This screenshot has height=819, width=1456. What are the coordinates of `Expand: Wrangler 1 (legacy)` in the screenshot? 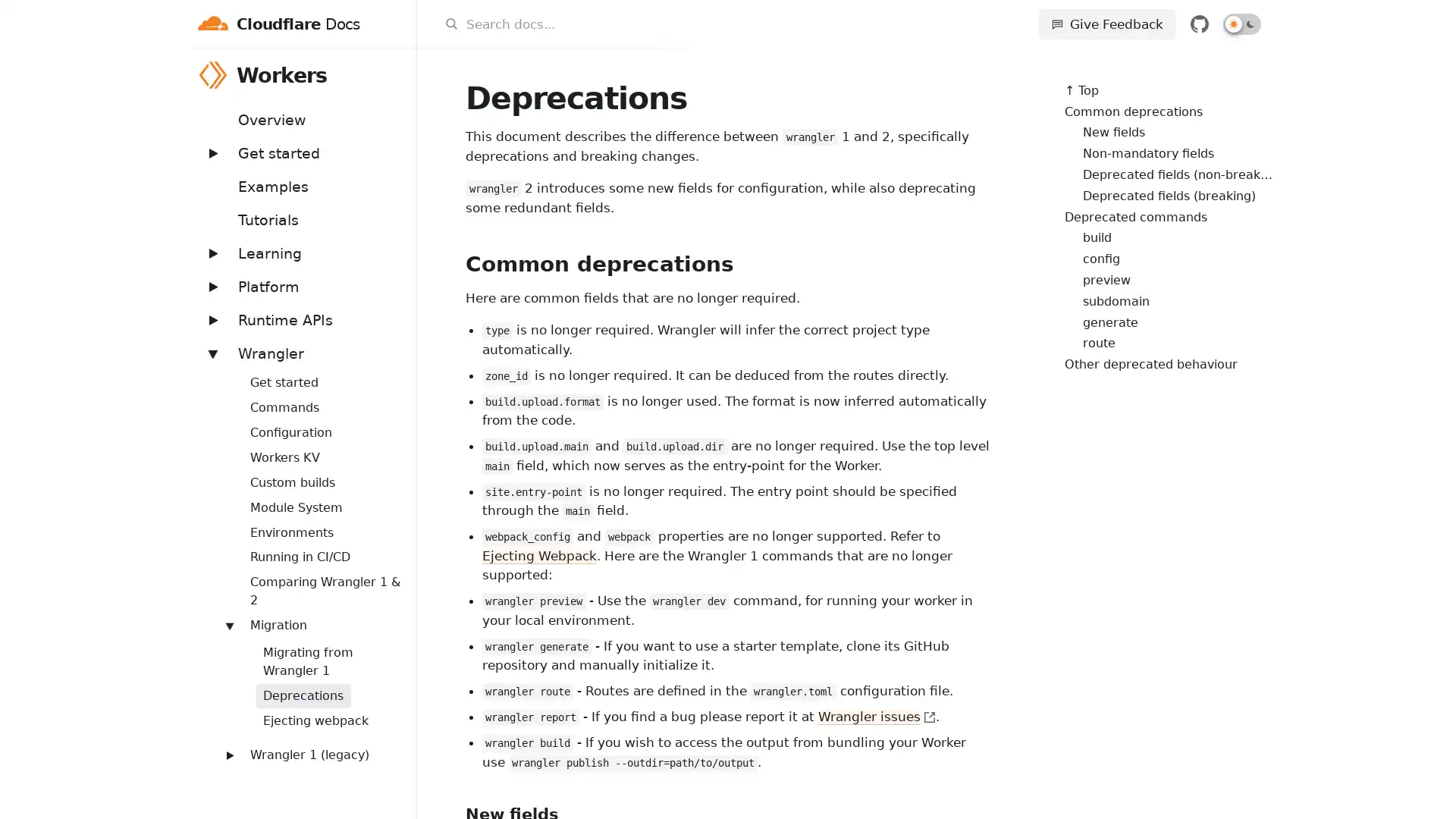 It's located at (228, 755).